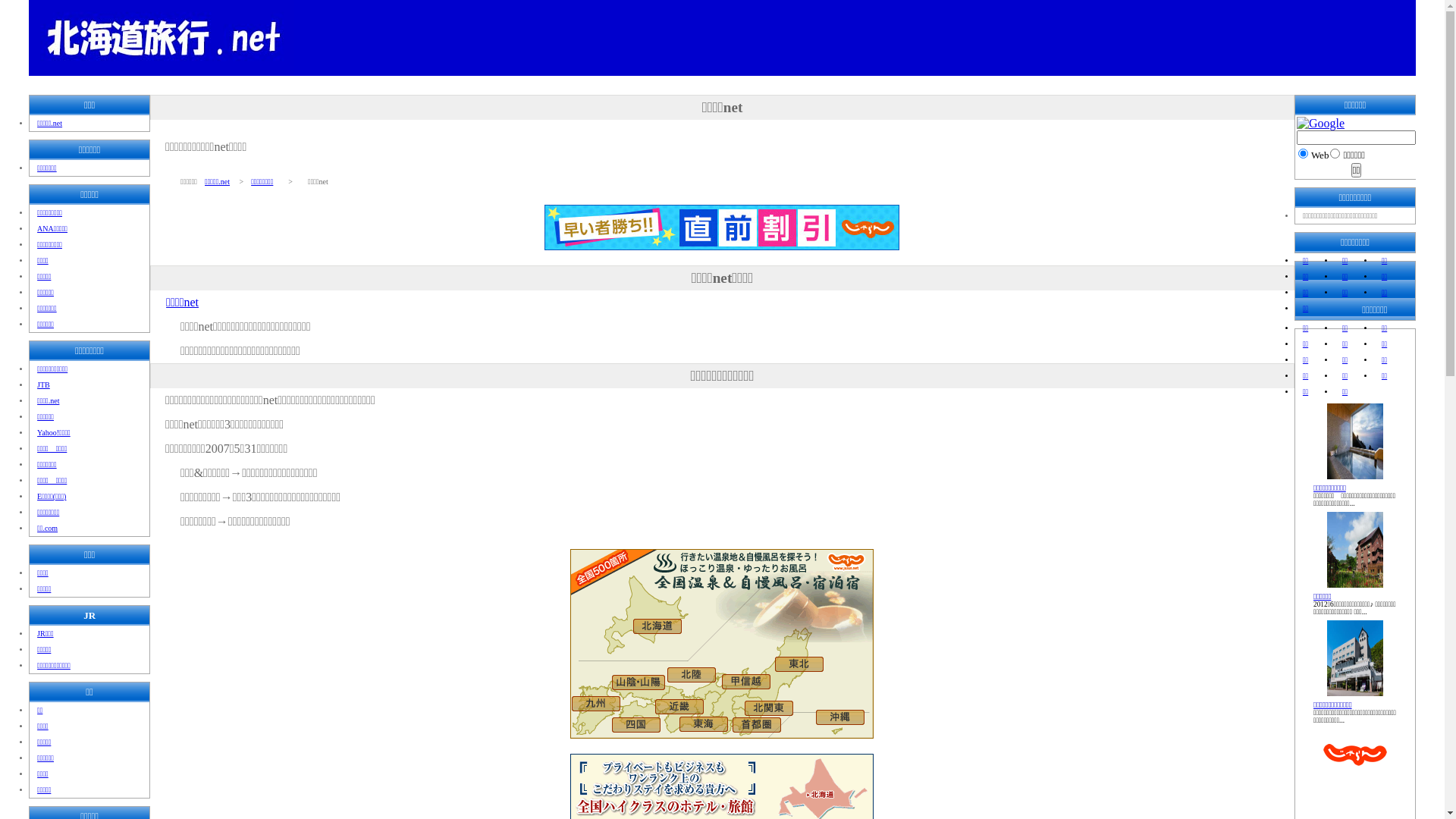 This screenshot has height=819, width=1456. I want to click on 'JTB', so click(43, 384).